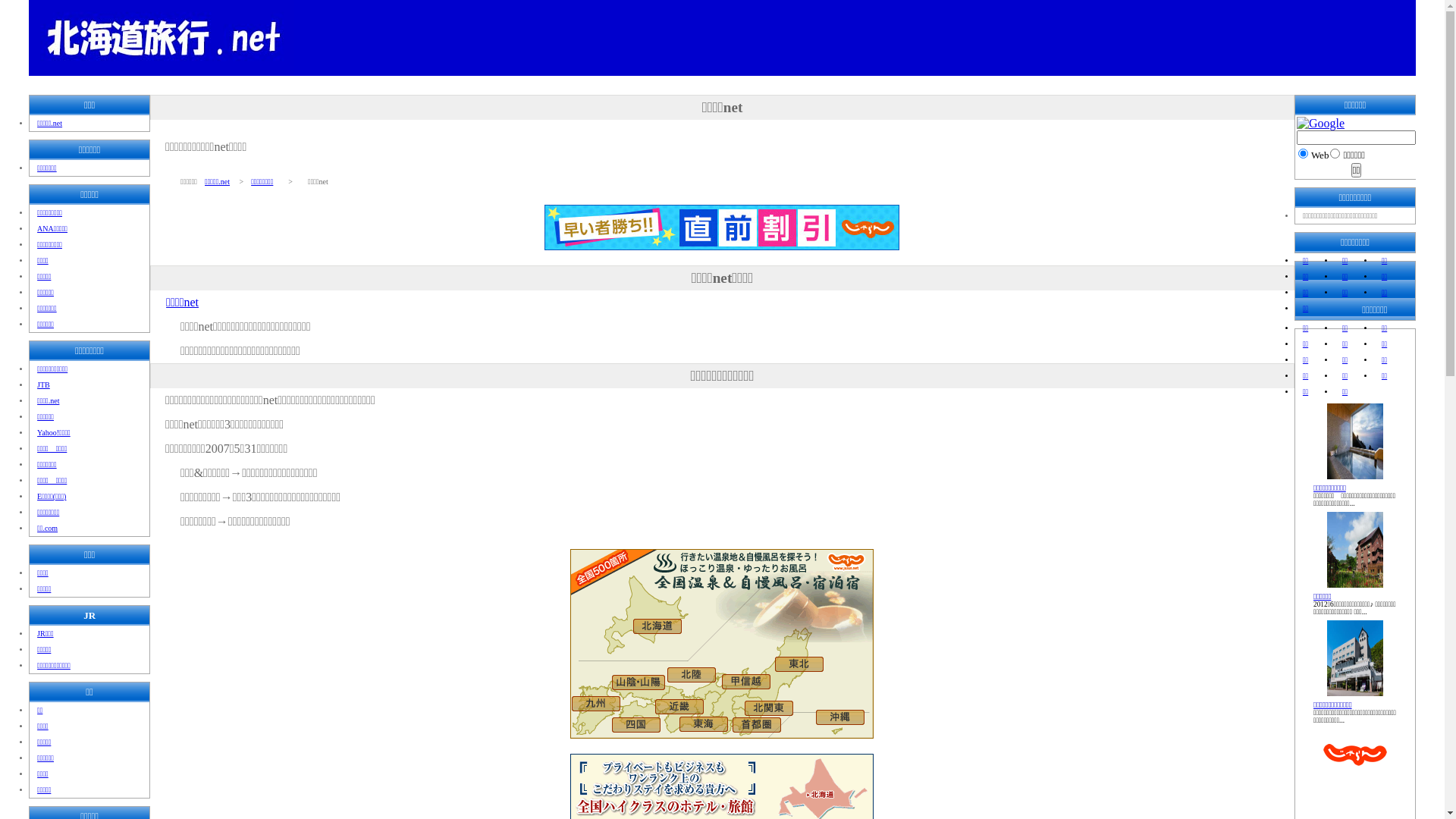 This screenshot has height=819, width=1456. I want to click on 'JTB', so click(43, 384).